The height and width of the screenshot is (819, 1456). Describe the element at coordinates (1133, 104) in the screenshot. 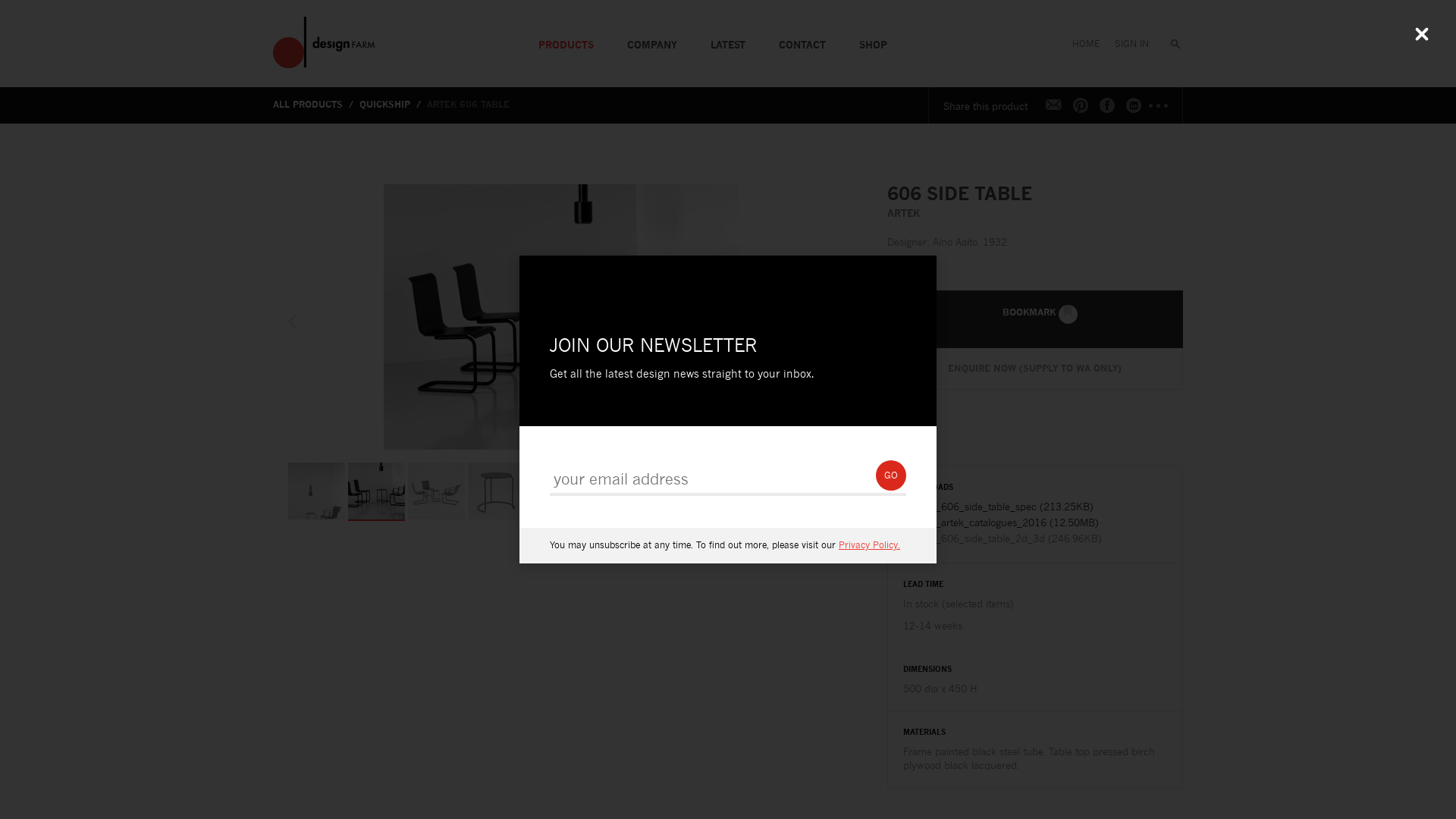

I see `'Share this on LinkedIn'` at that location.